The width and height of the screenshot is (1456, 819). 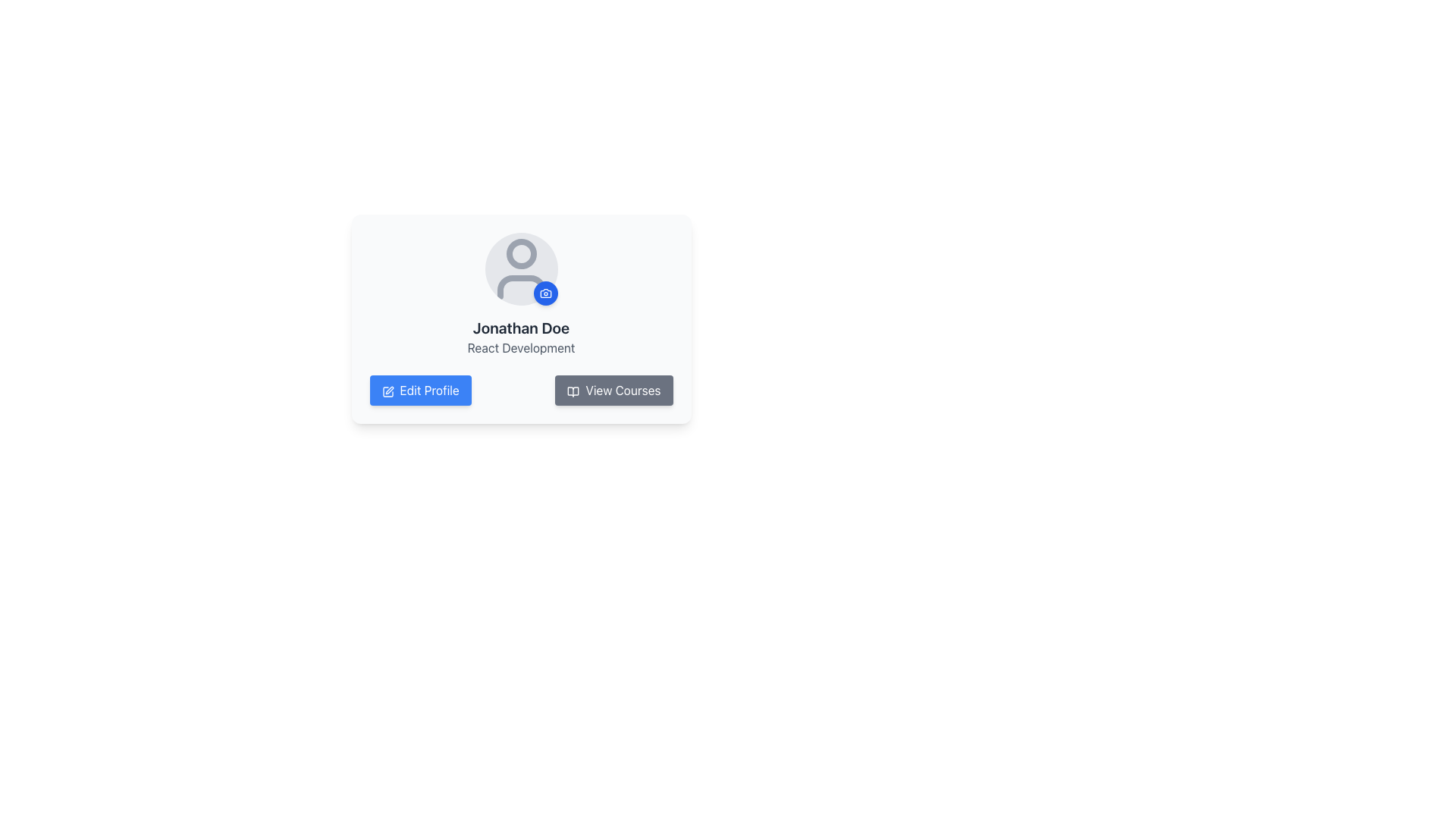 I want to click on the profile avatar in the Profile card section featuring Jonathan Doe, so click(x=521, y=295).